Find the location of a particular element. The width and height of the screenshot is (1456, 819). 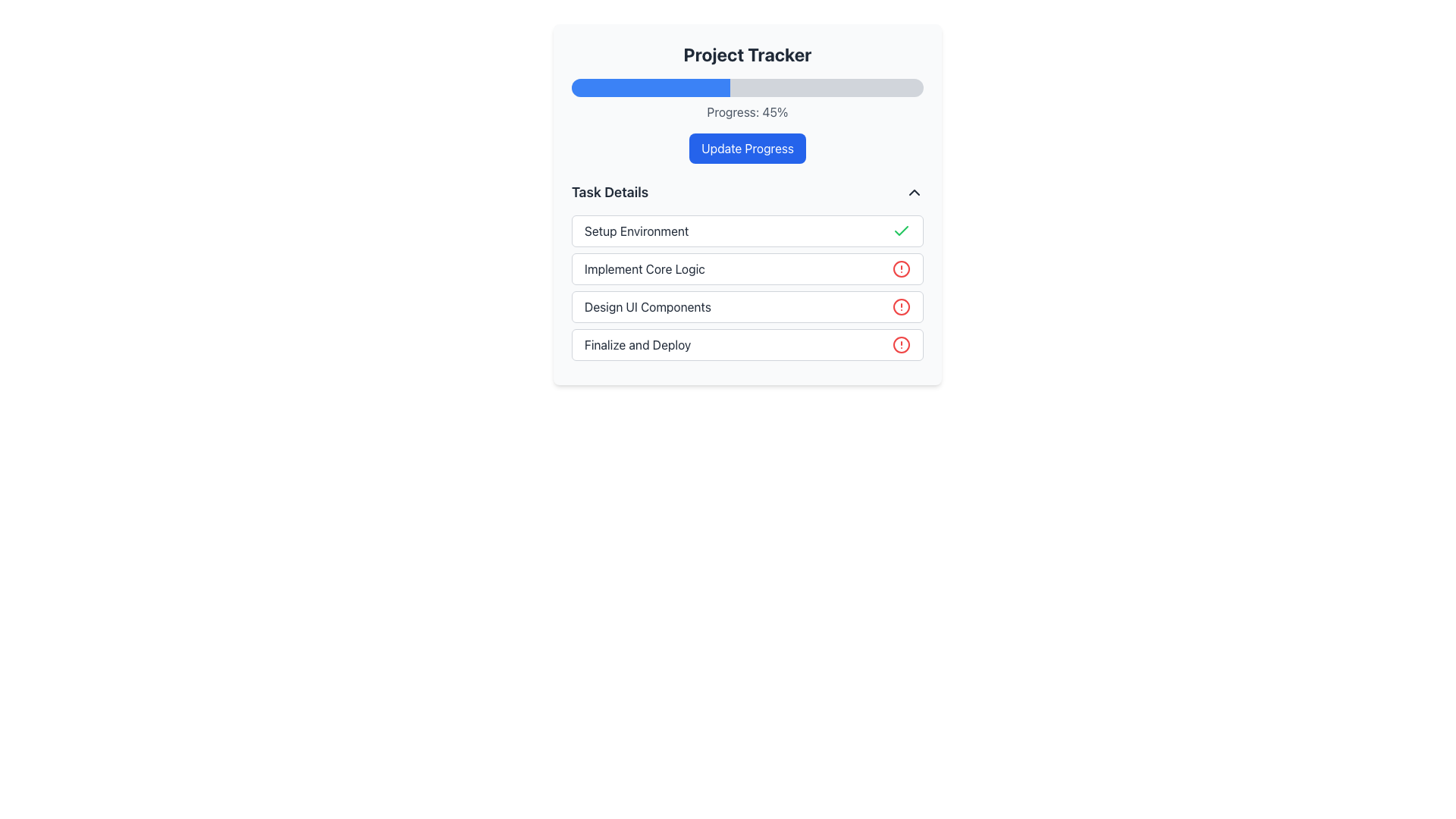

the static text label indicating the title of a task item within the 'Task Details' section is located at coordinates (638, 345).